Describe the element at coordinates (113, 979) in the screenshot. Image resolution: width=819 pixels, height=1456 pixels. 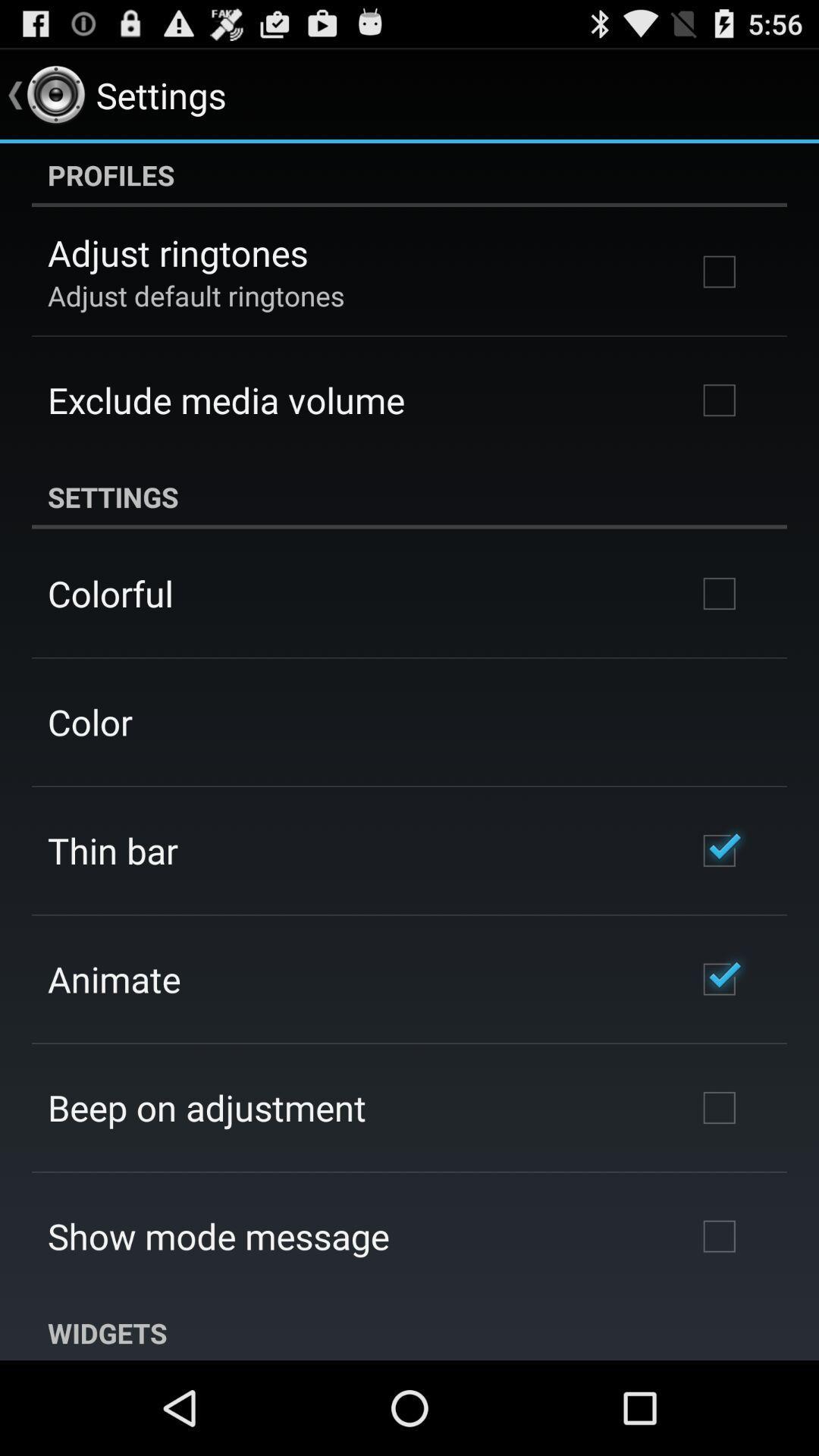
I see `the app above beep on adjustment item` at that location.